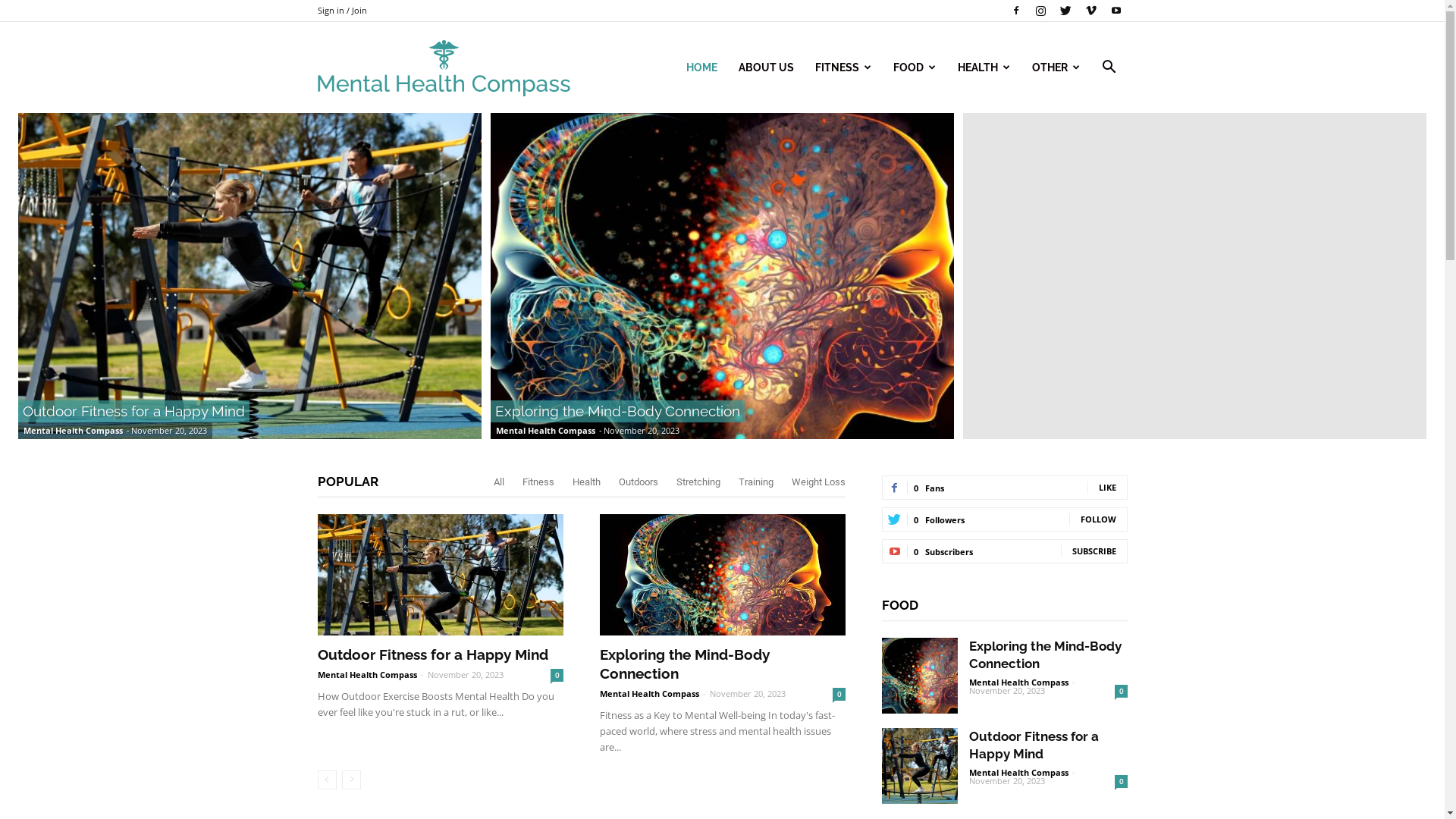  What do you see at coordinates (1106, 487) in the screenshot?
I see `'LIKE'` at bounding box center [1106, 487].